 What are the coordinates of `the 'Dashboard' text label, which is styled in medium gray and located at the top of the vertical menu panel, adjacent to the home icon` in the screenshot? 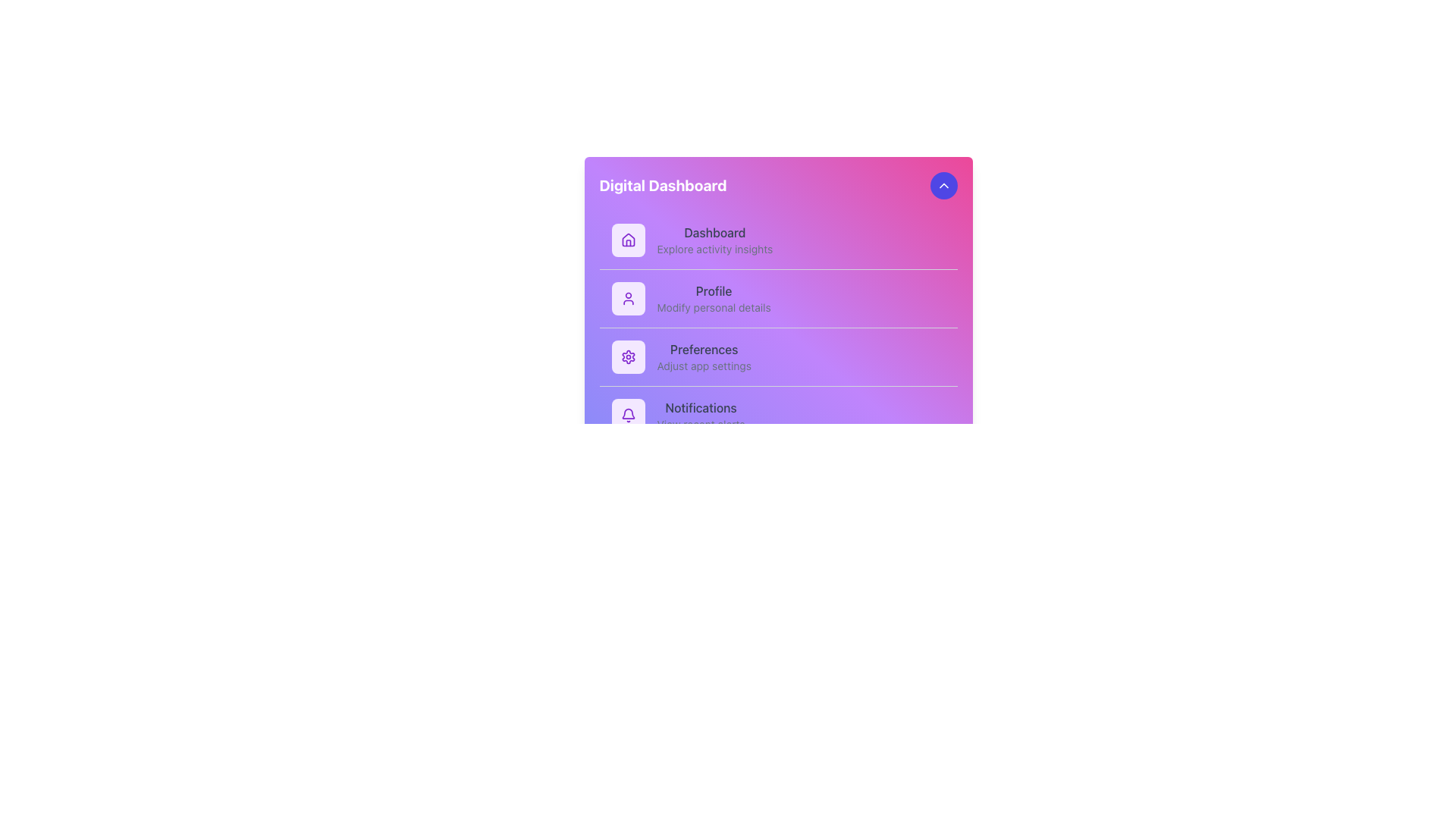 It's located at (714, 233).